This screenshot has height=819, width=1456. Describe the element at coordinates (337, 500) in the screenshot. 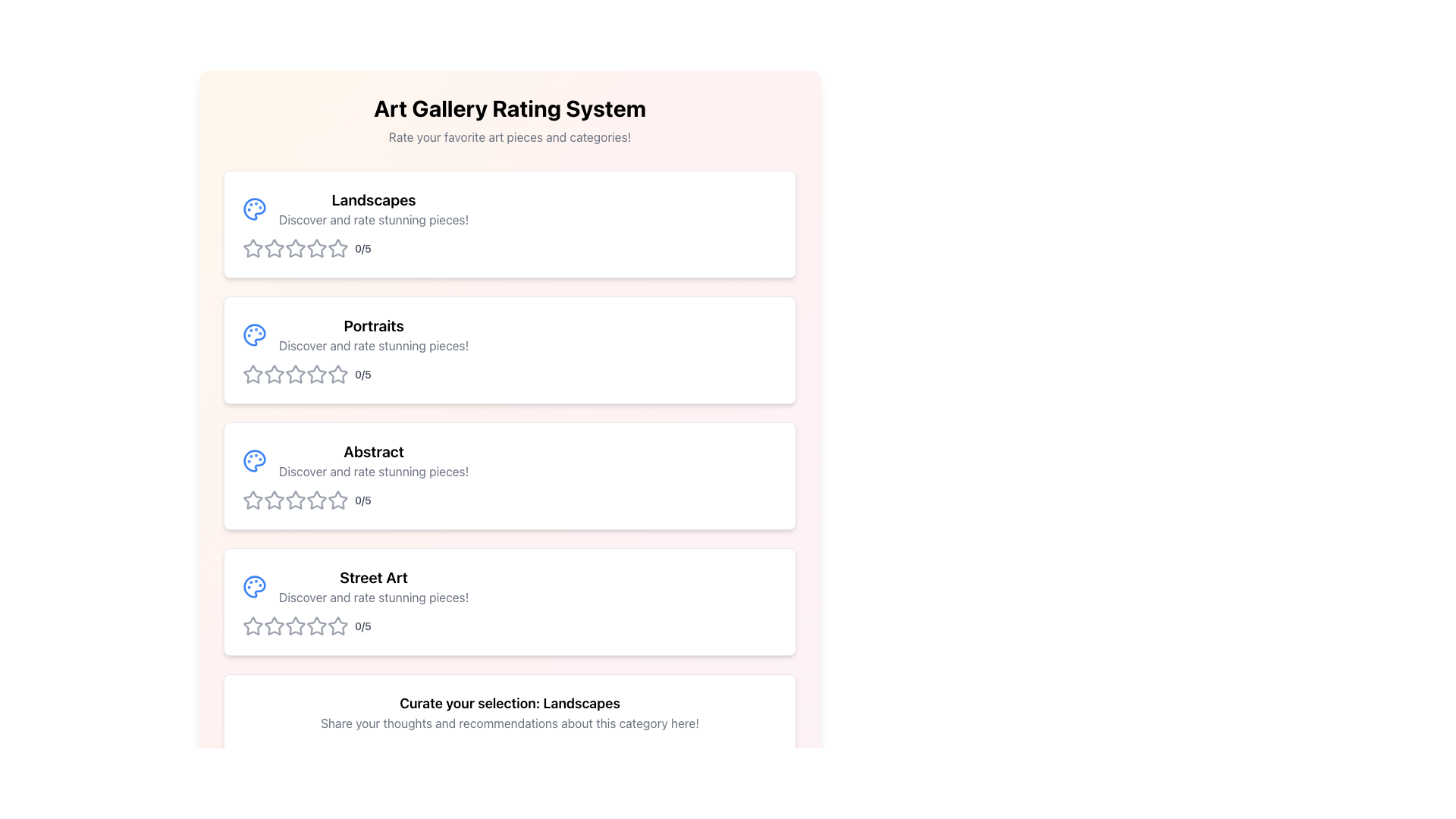

I see `the fifth star-shaped rating icon located in the bottom-right corner of the star row under the 'Abstract' section to rate it` at that location.